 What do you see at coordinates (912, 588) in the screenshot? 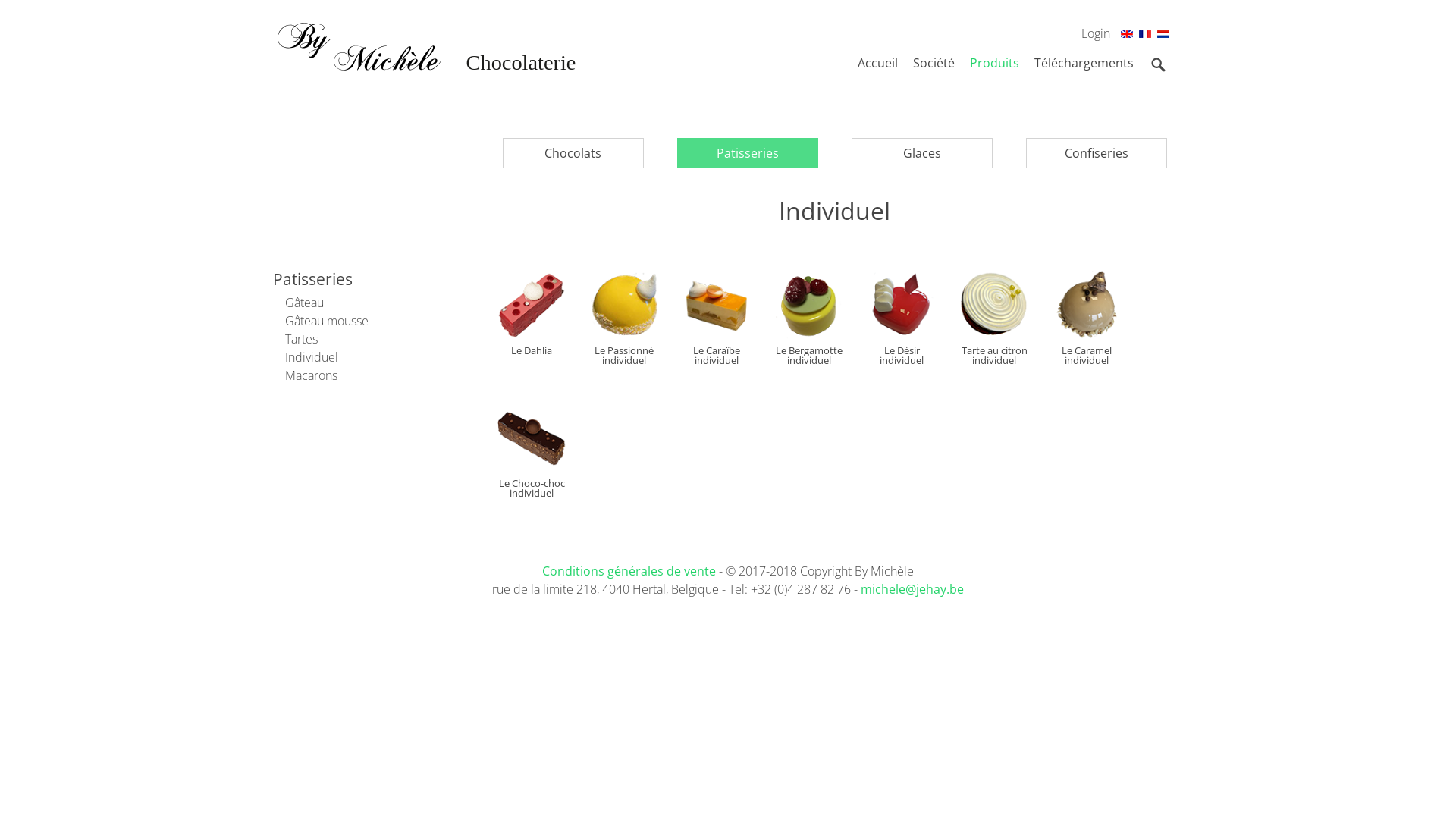
I see `'michele@jehay.be'` at bounding box center [912, 588].